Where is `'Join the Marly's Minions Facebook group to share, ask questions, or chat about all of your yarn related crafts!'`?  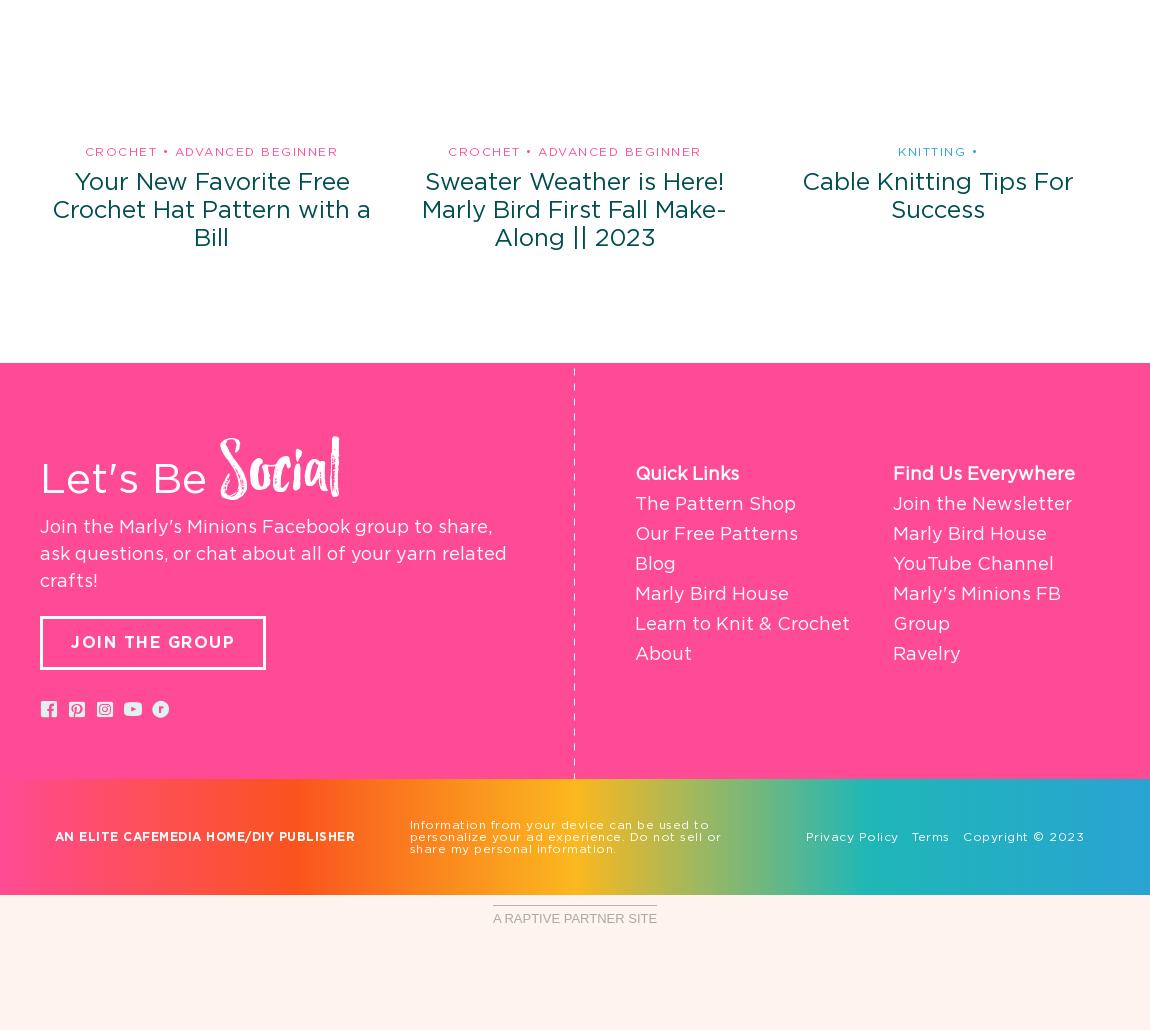 'Join the Marly's Minions Facebook group to share, ask questions, or chat about all of your yarn related crafts!' is located at coordinates (272, 554).